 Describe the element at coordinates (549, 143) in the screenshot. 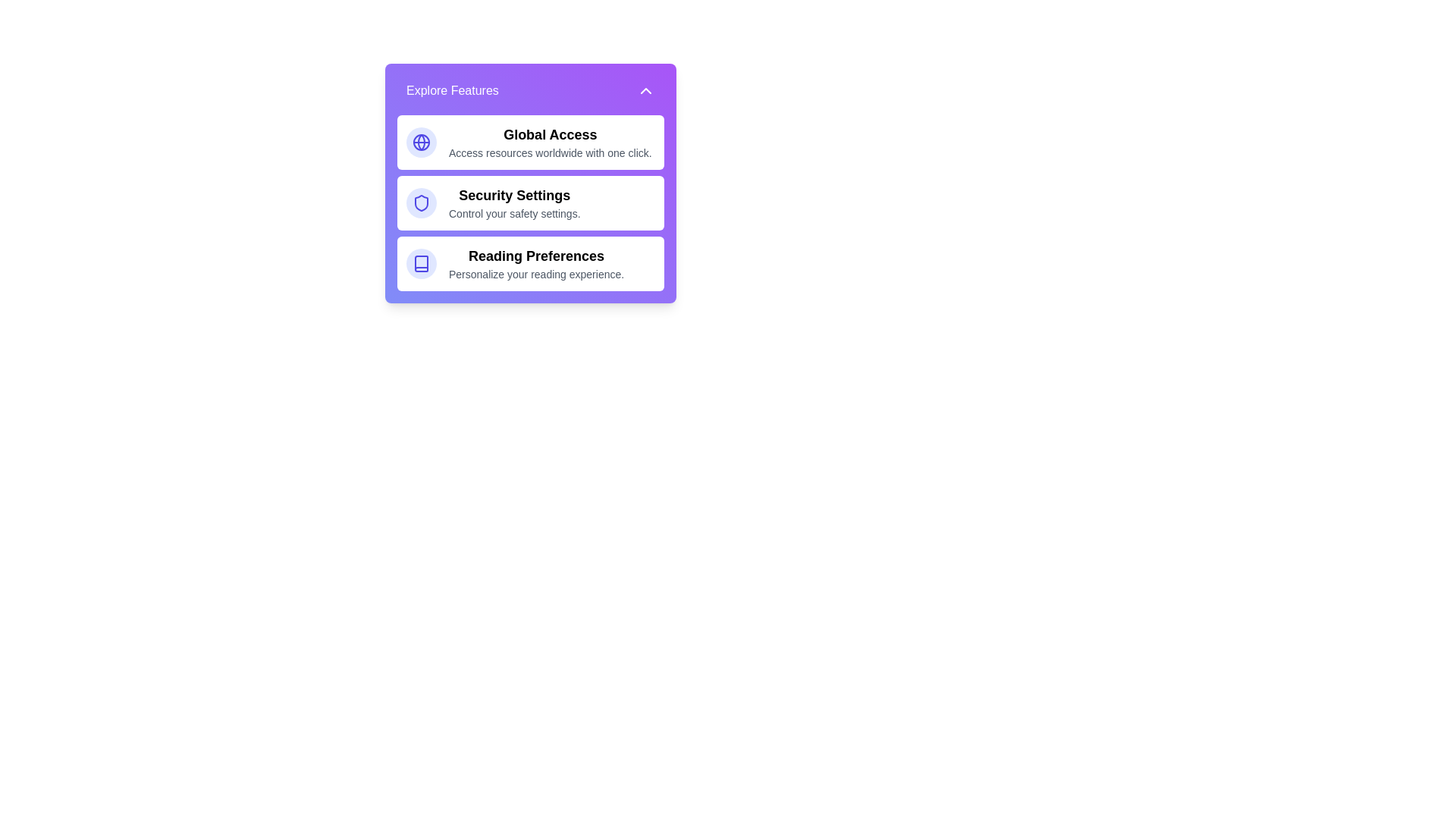

I see `the Information Display Panel titled 'Global Access'` at that location.